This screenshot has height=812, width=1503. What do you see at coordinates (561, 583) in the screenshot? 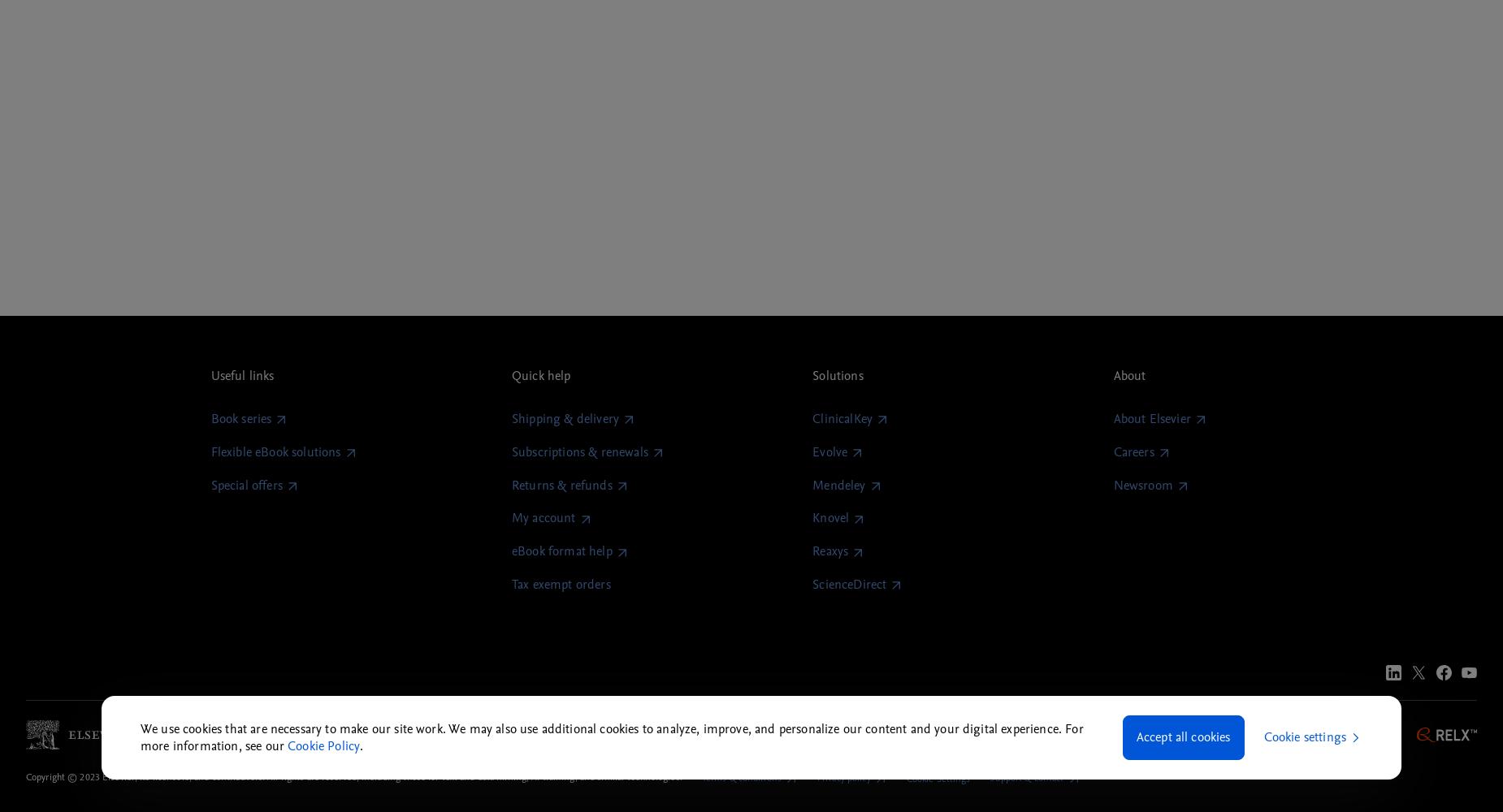
I see `'Tax exempt orders'` at bounding box center [561, 583].